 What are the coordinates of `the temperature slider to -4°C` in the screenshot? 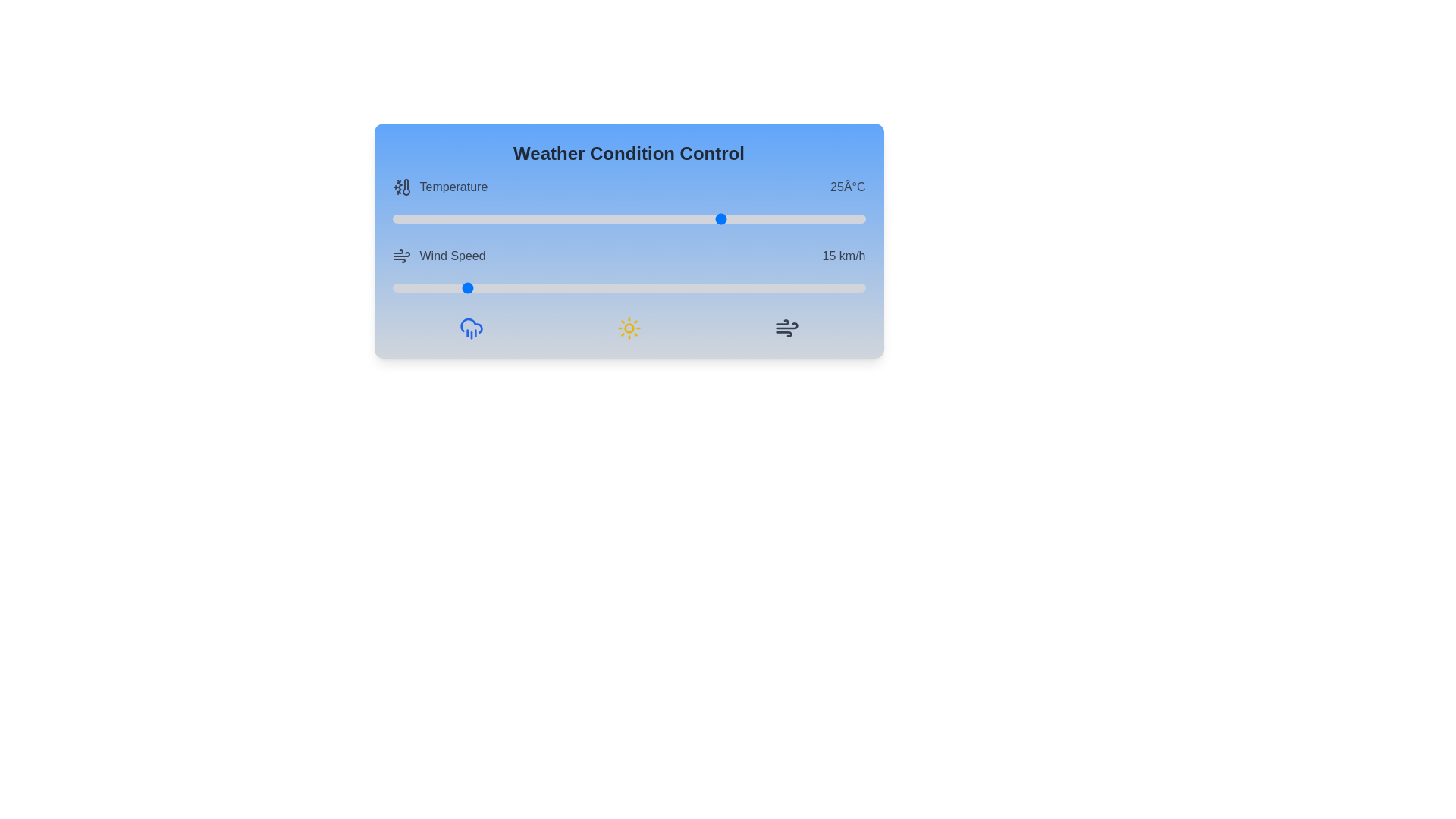 It's located at (448, 219).